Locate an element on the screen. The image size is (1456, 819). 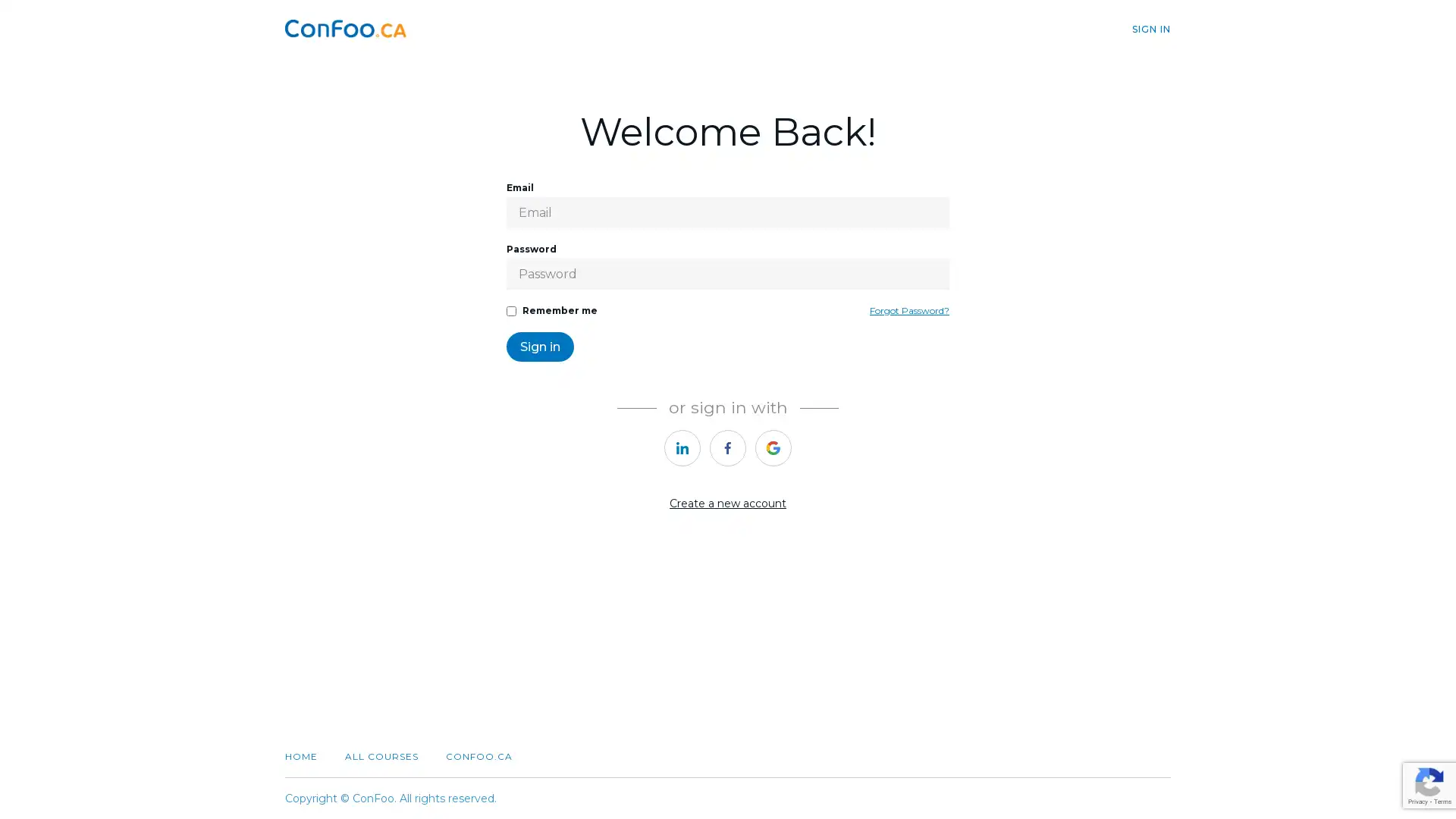
Sign in is located at coordinates (540, 347).